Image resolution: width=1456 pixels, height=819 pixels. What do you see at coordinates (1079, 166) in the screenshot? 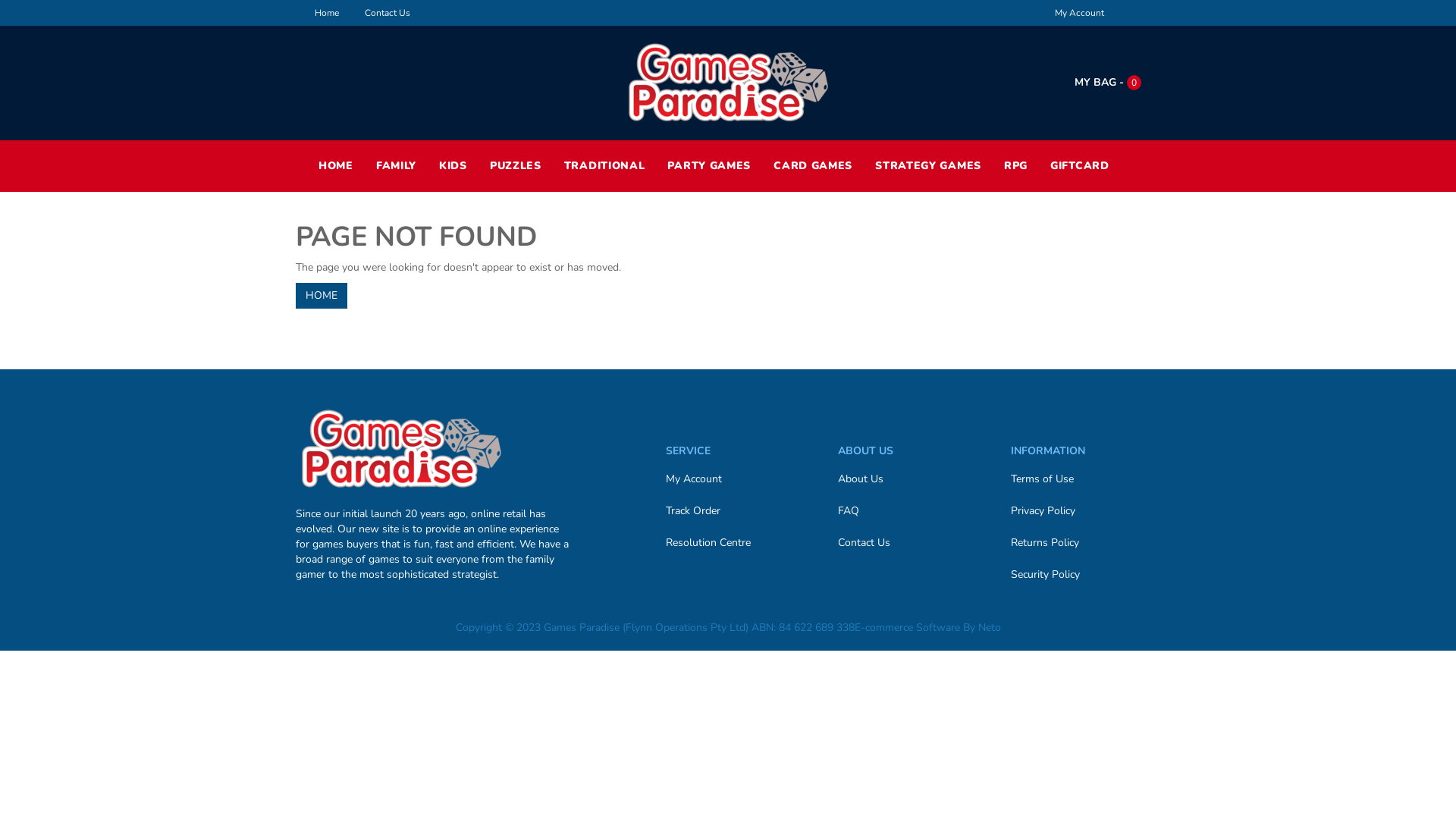
I see `'GIFTCARD'` at bounding box center [1079, 166].